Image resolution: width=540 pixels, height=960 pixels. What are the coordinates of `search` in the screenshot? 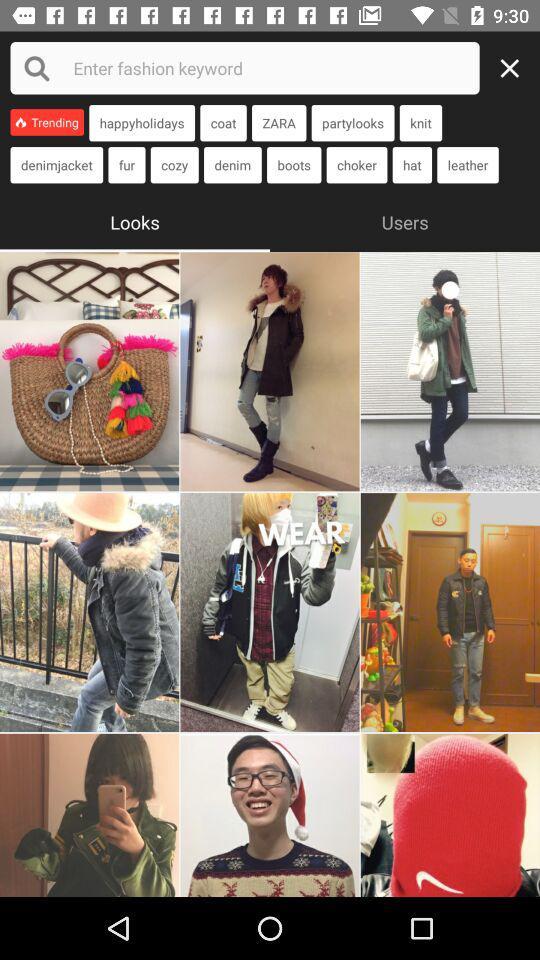 It's located at (515, 68).